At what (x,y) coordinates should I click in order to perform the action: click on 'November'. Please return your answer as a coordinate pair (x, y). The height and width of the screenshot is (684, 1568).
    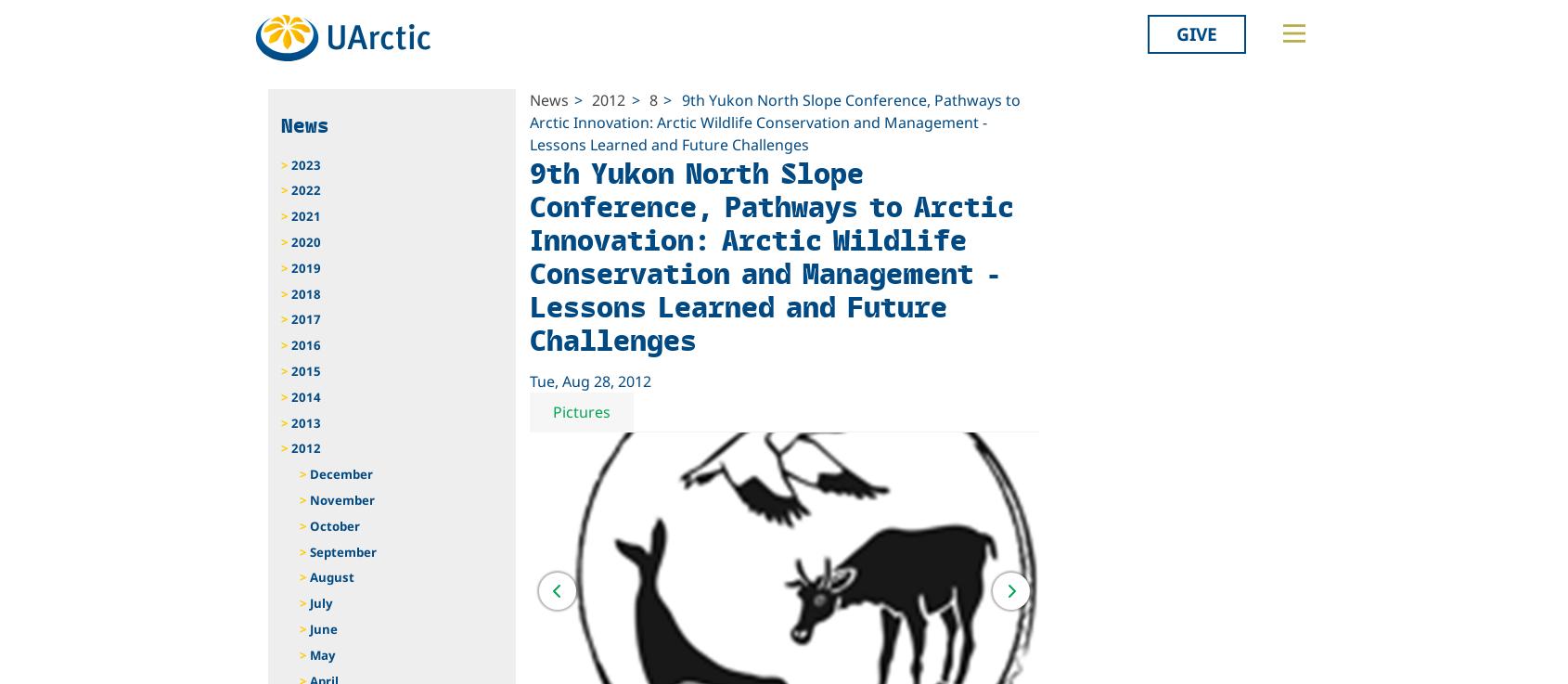
    Looking at the image, I should click on (341, 499).